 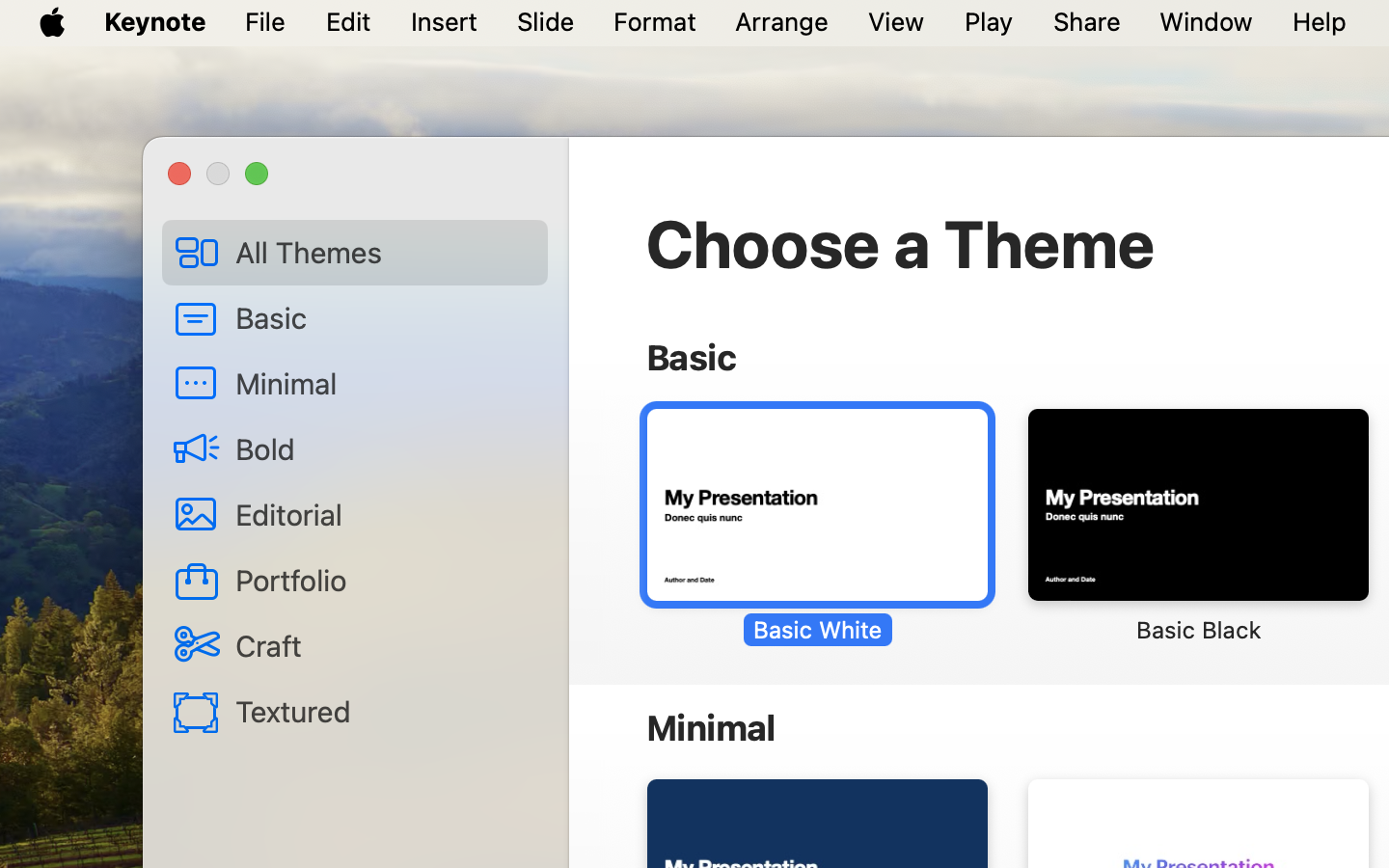 I want to click on 'Textured', so click(x=383, y=710).